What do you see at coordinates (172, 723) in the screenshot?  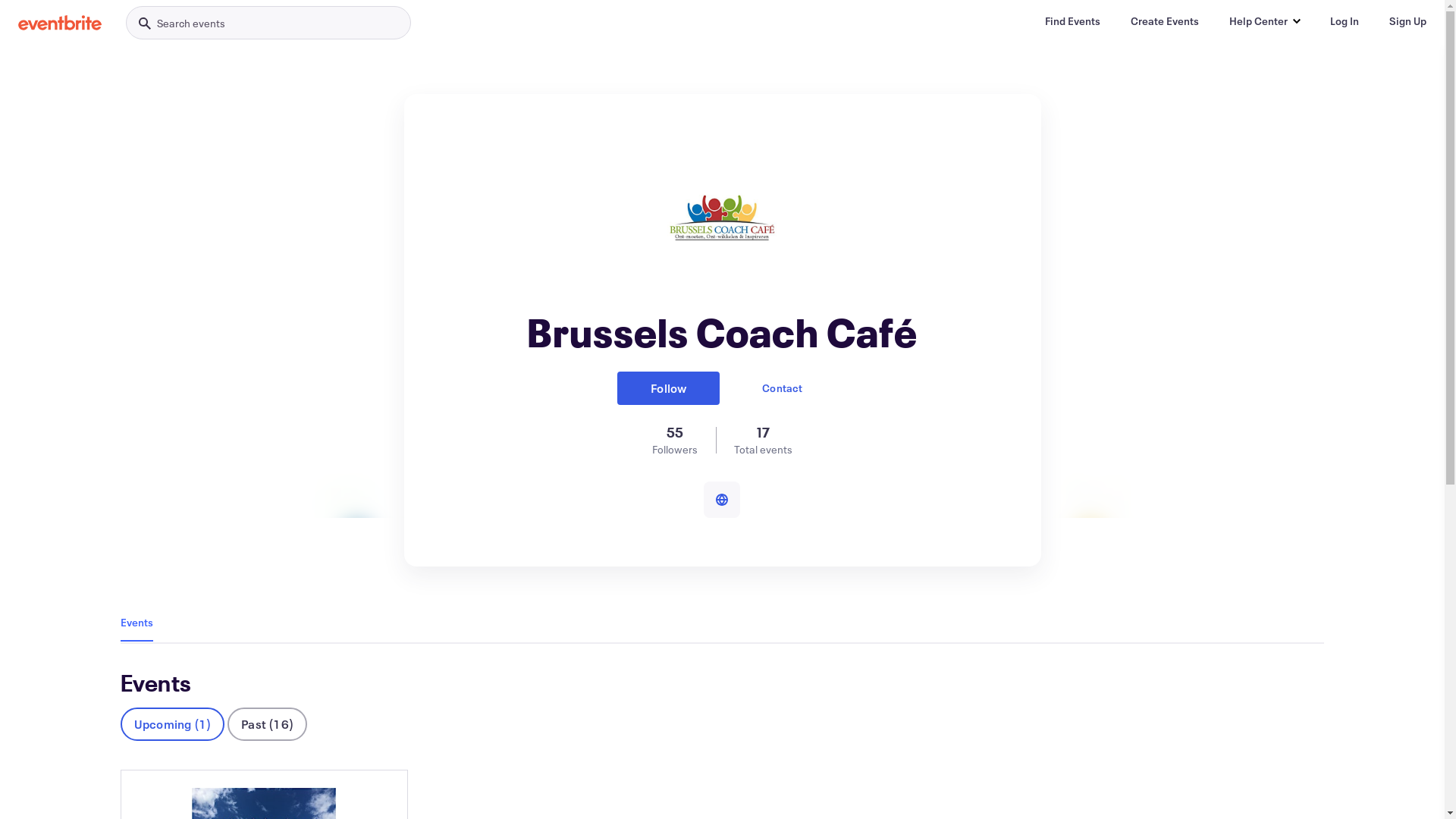 I see `'Upcoming (1)'` at bounding box center [172, 723].